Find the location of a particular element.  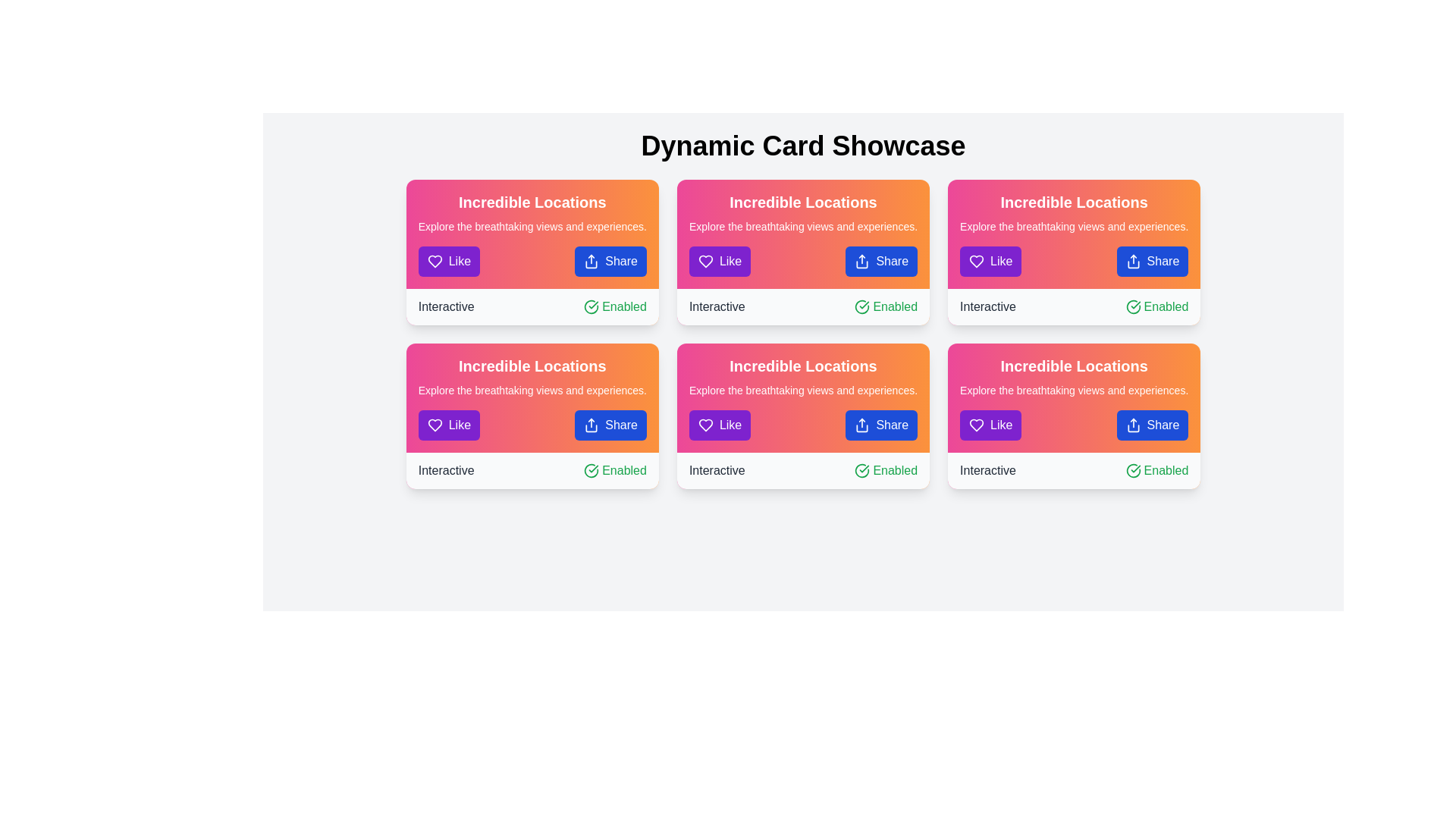

the active status indicator icon located in the 'Enabled' label area at the bottom-right of the last card in the second row of the displayed grid of cards is located at coordinates (1133, 470).